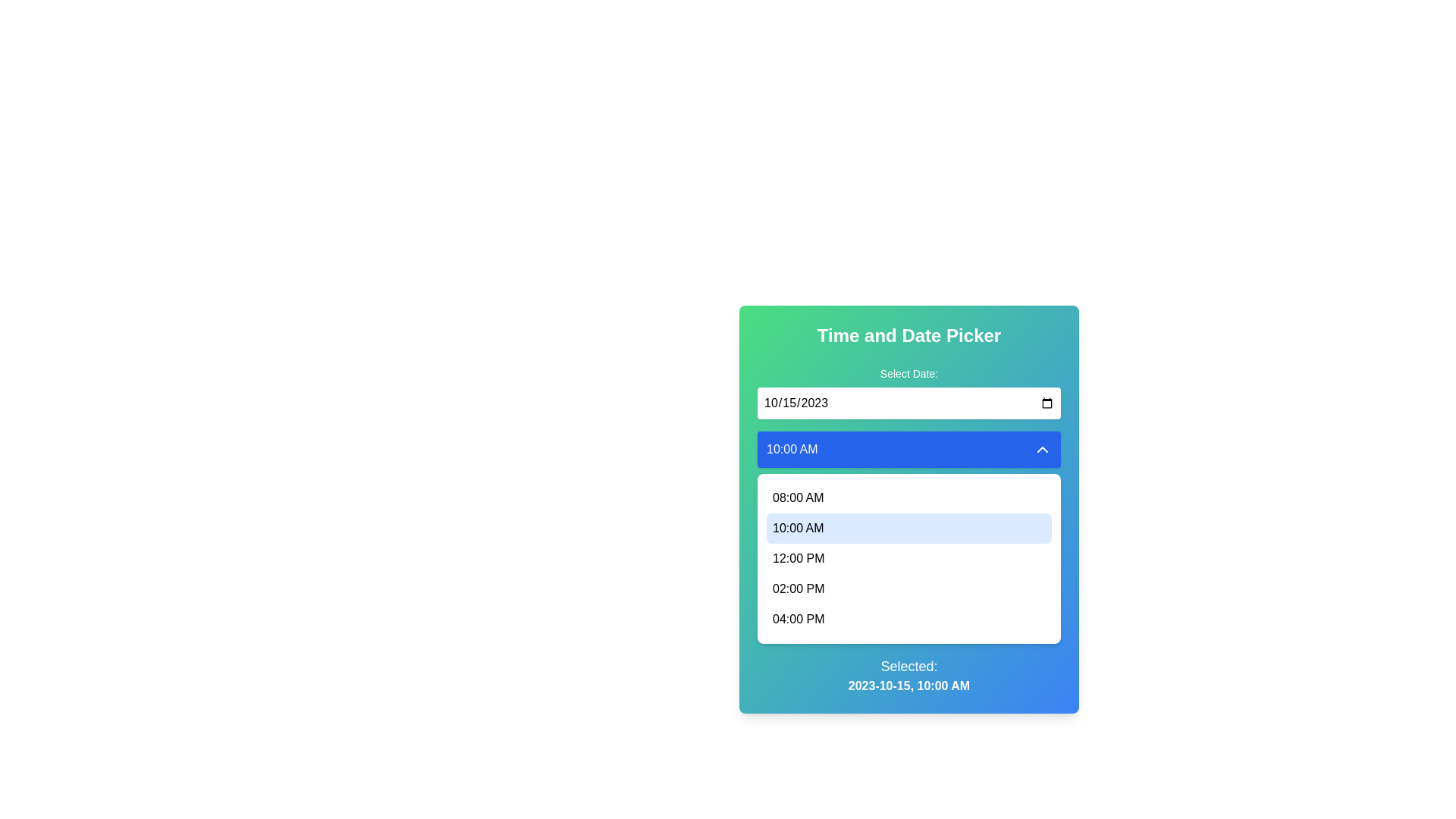 The width and height of the screenshot is (1456, 819). What do you see at coordinates (909, 620) in the screenshot?
I see `to select the time option '04:00 PM' from the dropdown menu, which is the last item in the vertical list` at bounding box center [909, 620].